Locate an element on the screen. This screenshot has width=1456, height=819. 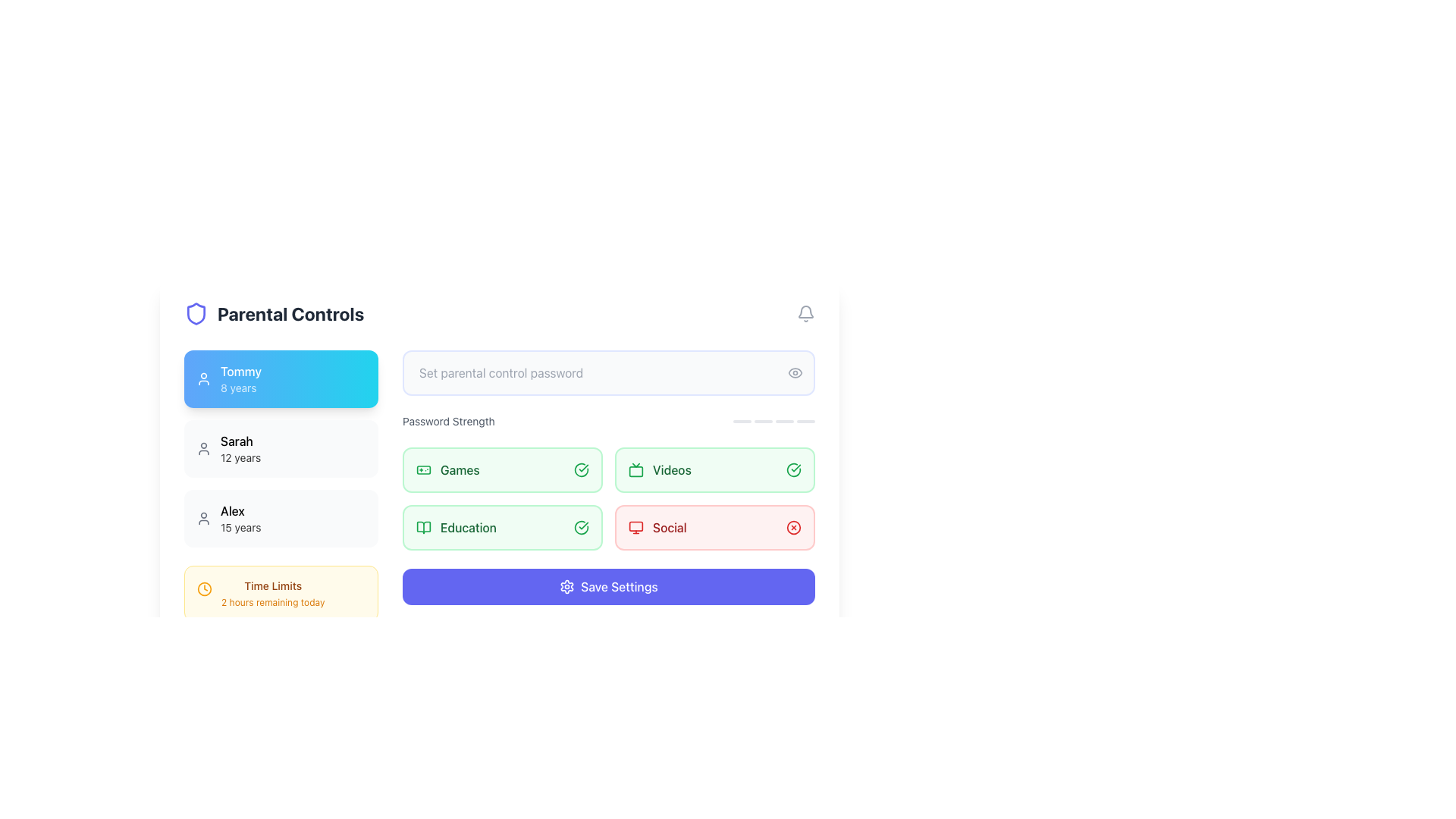
the Password strength indicator located in the bottom-right corner of the 'Password Strength' region is located at coordinates (774, 421).